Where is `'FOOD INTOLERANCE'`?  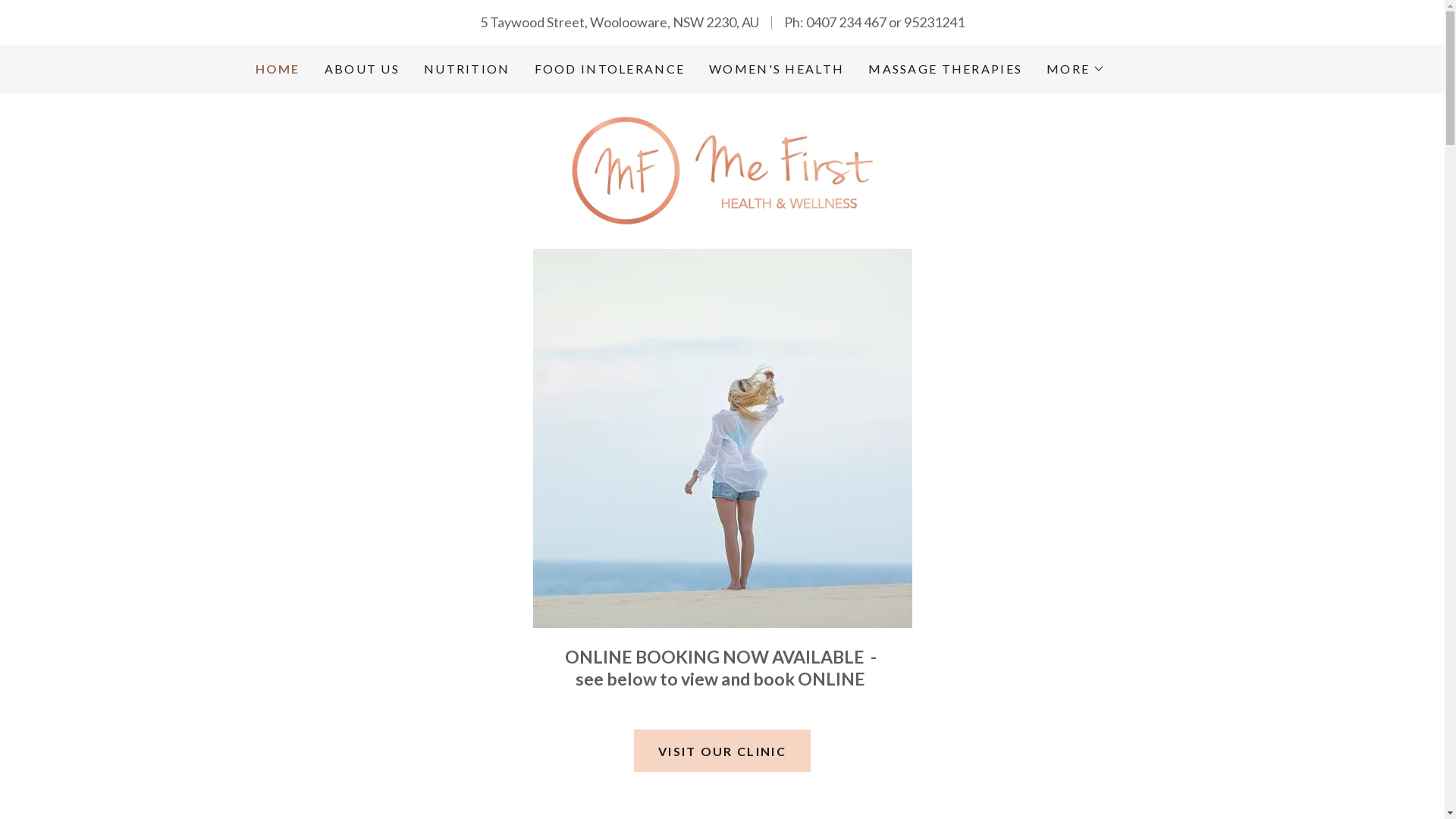
'FOOD INTOLERANCE' is located at coordinates (530, 69).